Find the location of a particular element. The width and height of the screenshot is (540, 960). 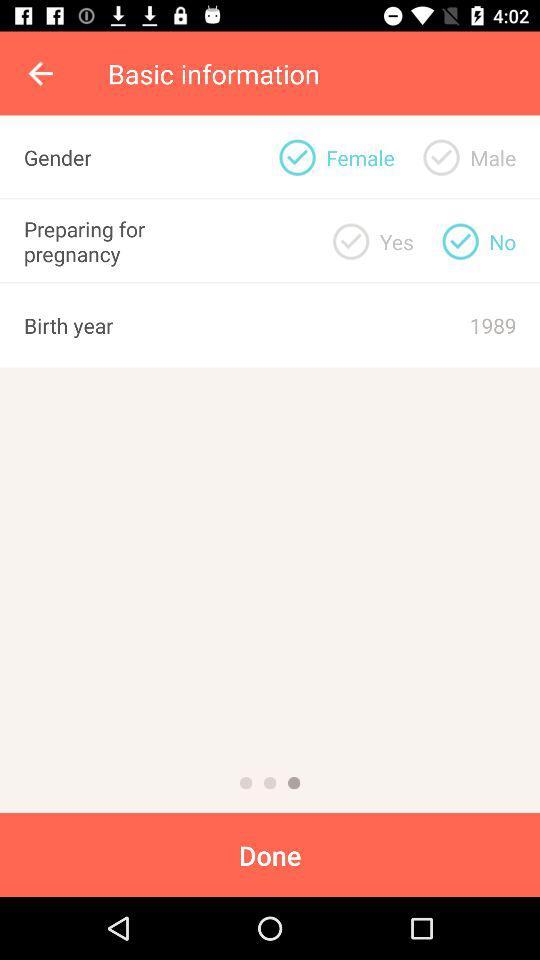

the check icon is located at coordinates (296, 156).